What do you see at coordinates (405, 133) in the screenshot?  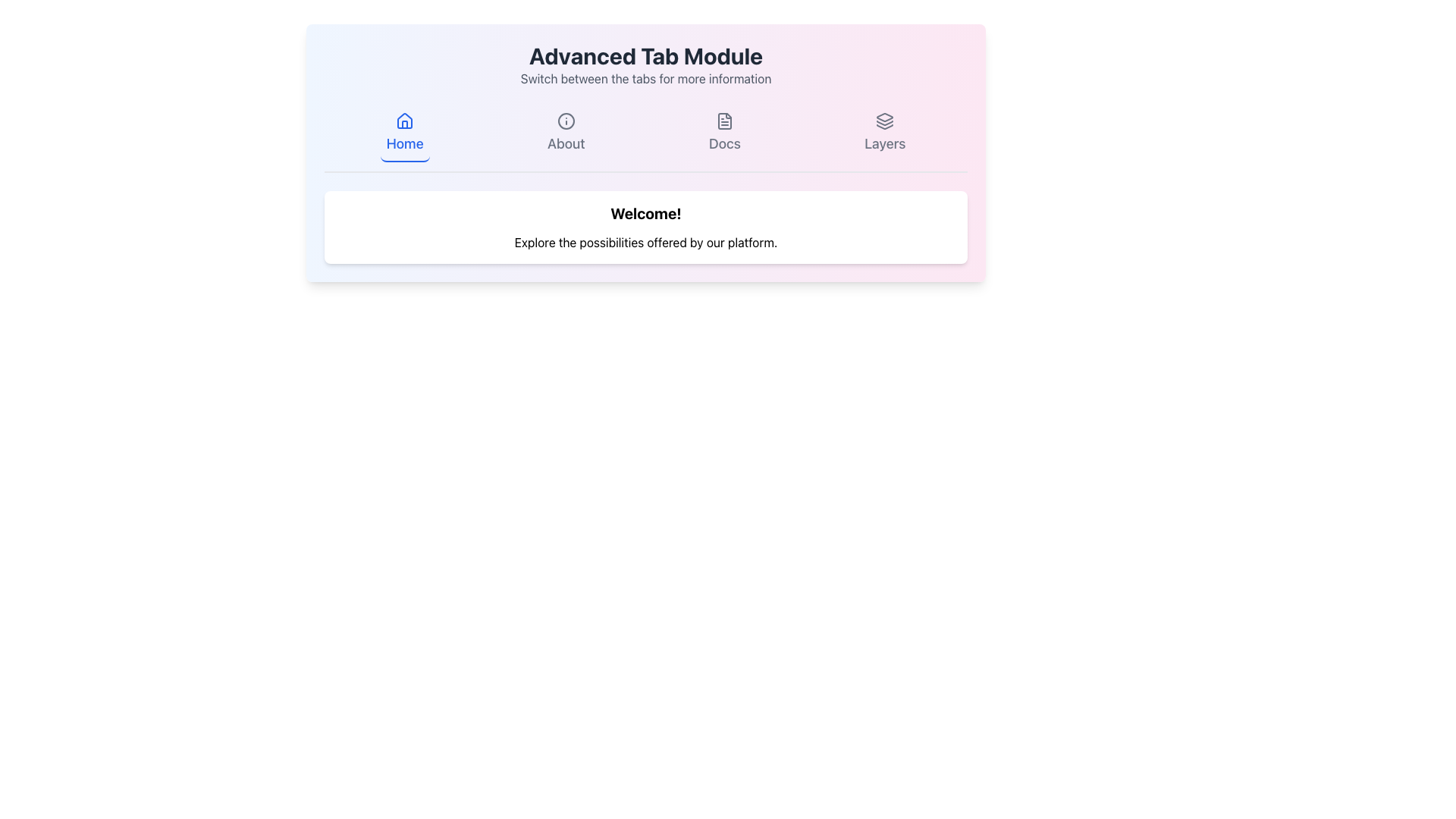 I see `the 'Home' button, which is a rectangular button with a house icon and blue text, located in the navigation bar under the main header` at bounding box center [405, 133].